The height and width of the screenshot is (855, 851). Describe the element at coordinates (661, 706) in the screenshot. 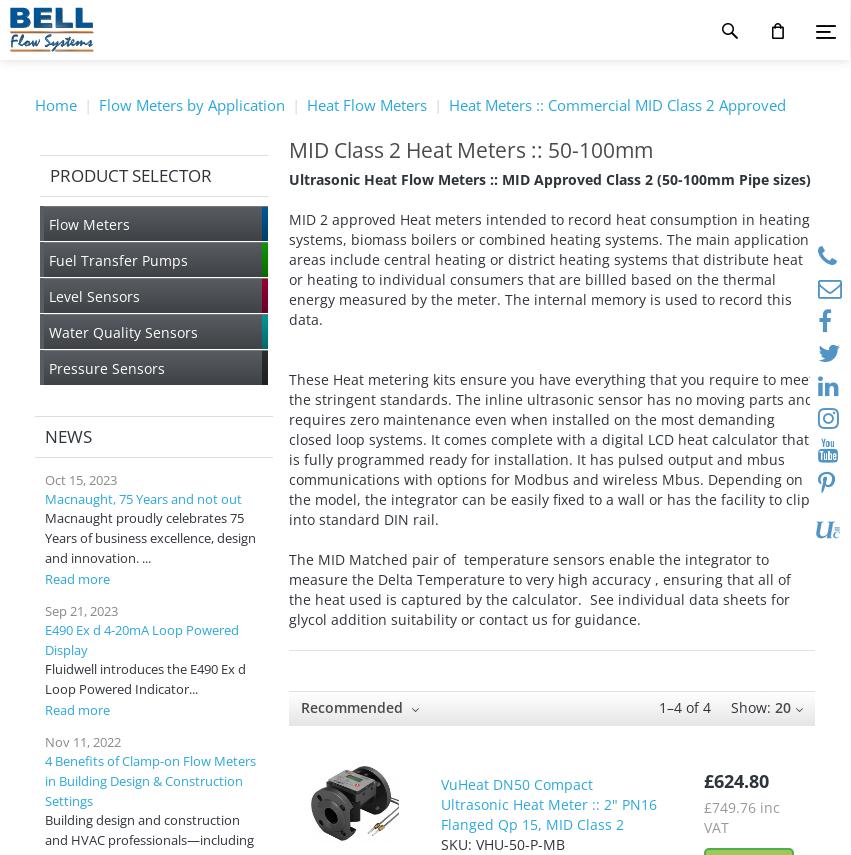

I see `'1'` at that location.